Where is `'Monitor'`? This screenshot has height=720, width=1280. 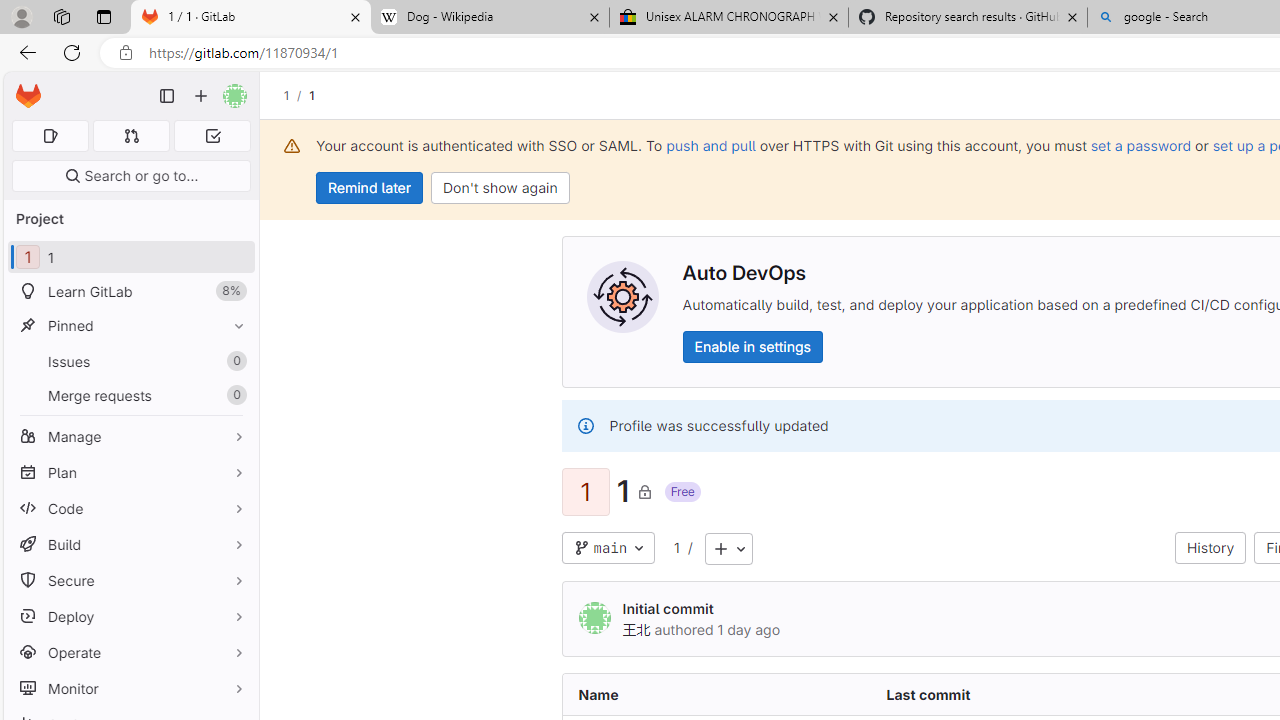
'Monitor' is located at coordinates (130, 687).